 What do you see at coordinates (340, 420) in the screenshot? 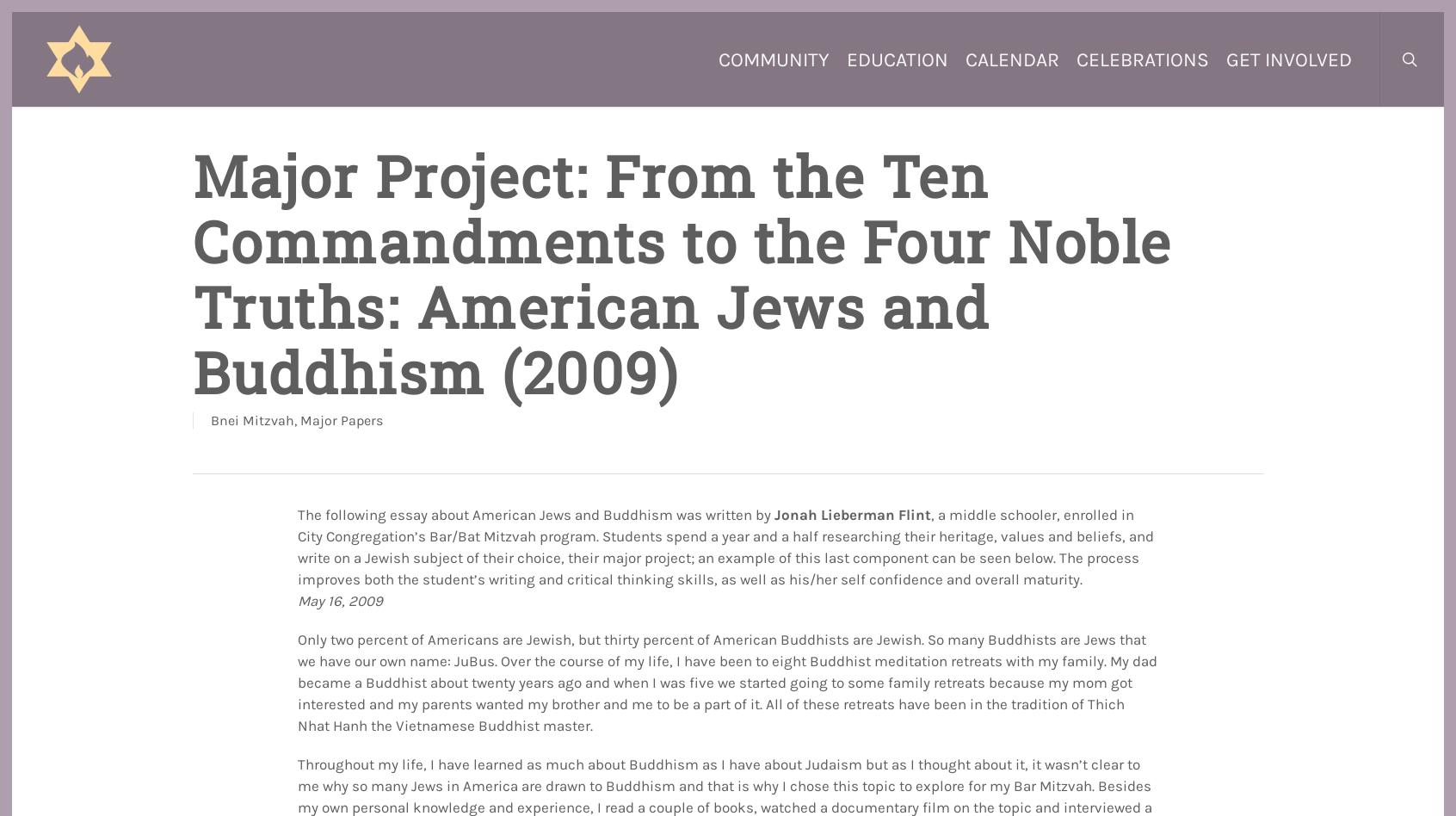
I see `'Major Papers'` at bounding box center [340, 420].